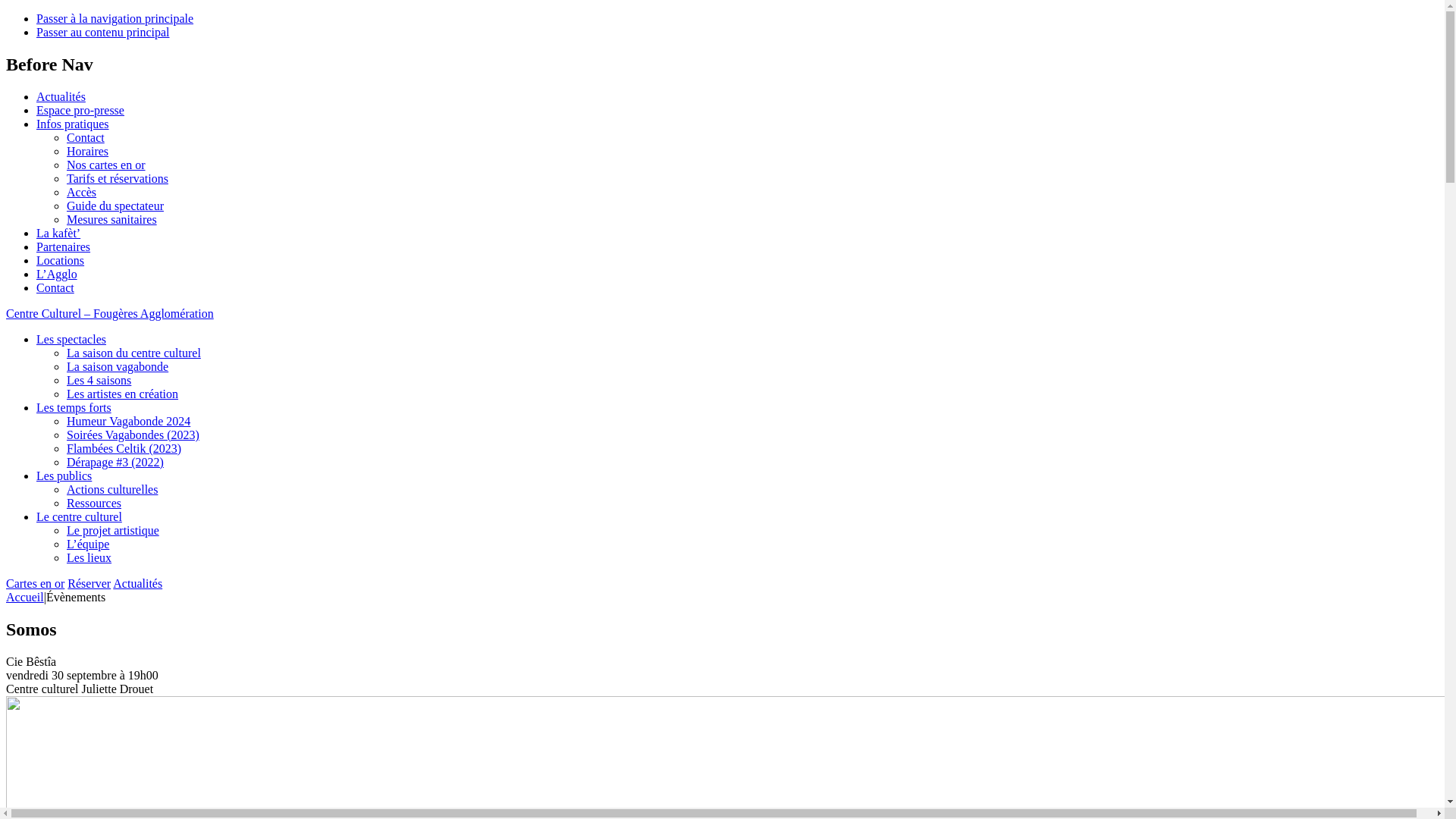  What do you see at coordinates (111, 219) in the screenshot?
I see `'Mesures sanitaires'` at bounding box center [111, 219].